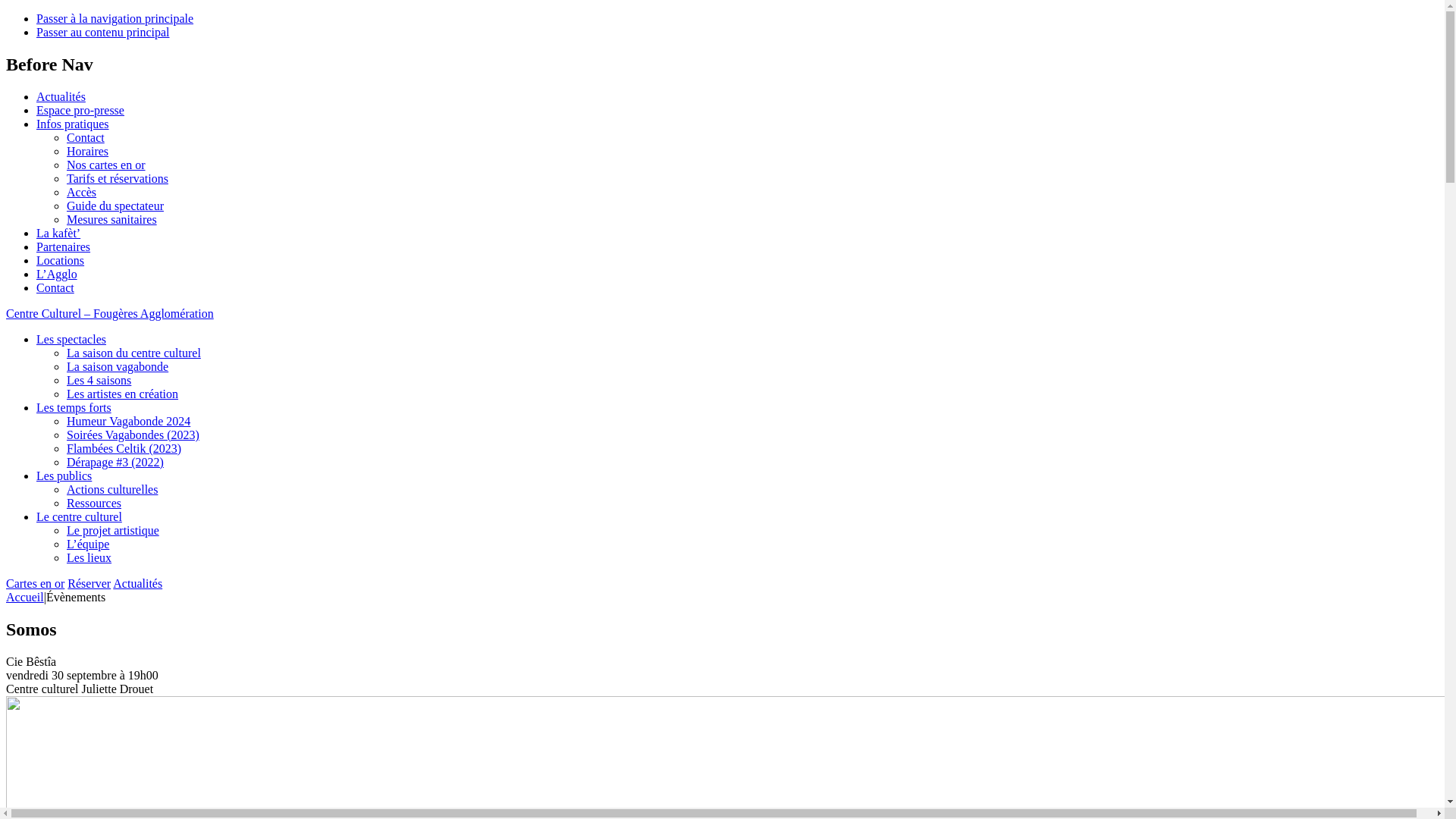  What do you see at coordinates (111, 219) in the screenshot?
I see `'Mesures sanitaires'` at bounding box center [111, 219].